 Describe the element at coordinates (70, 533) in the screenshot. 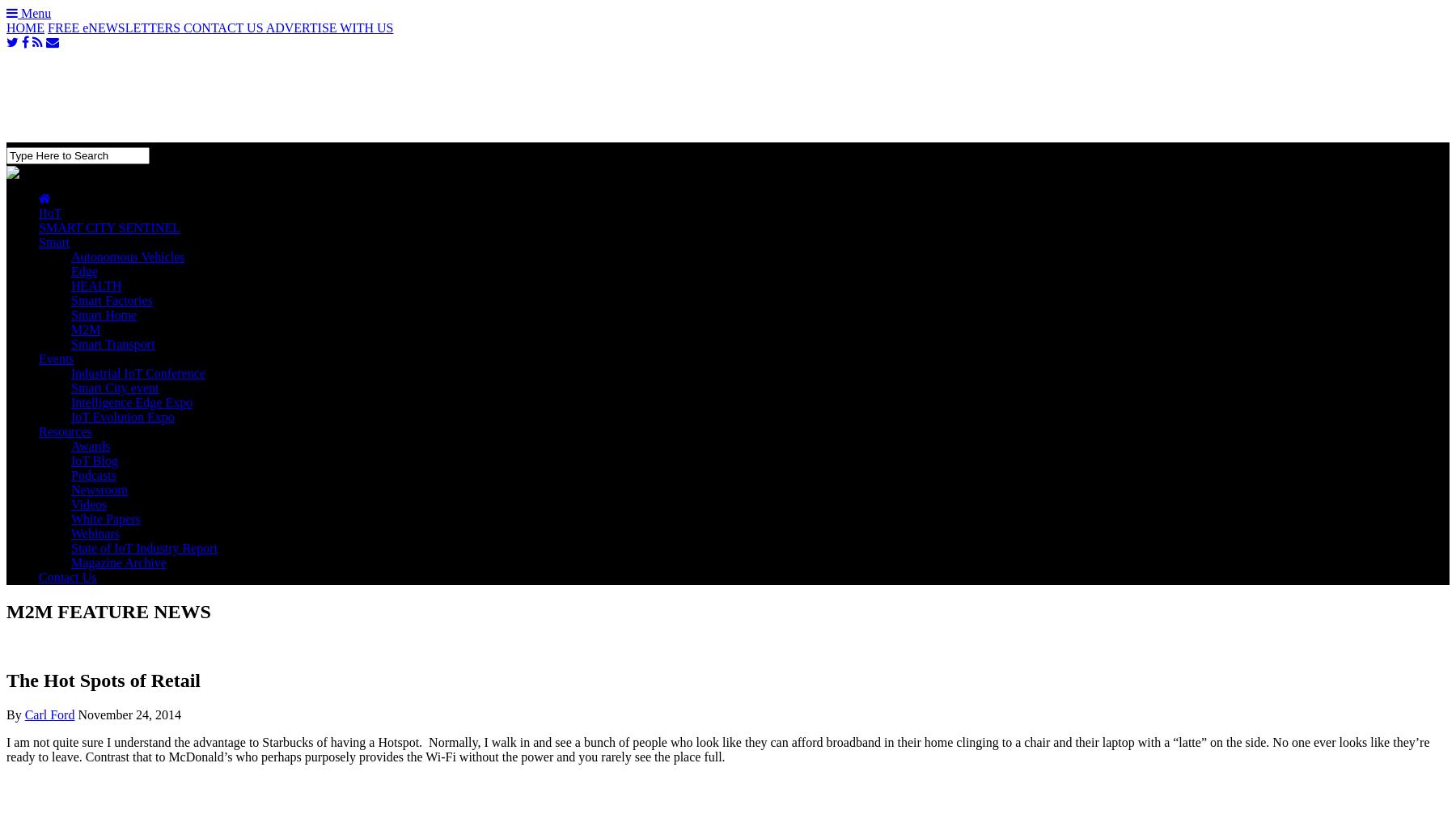

I see `'Webinars'` at that location.